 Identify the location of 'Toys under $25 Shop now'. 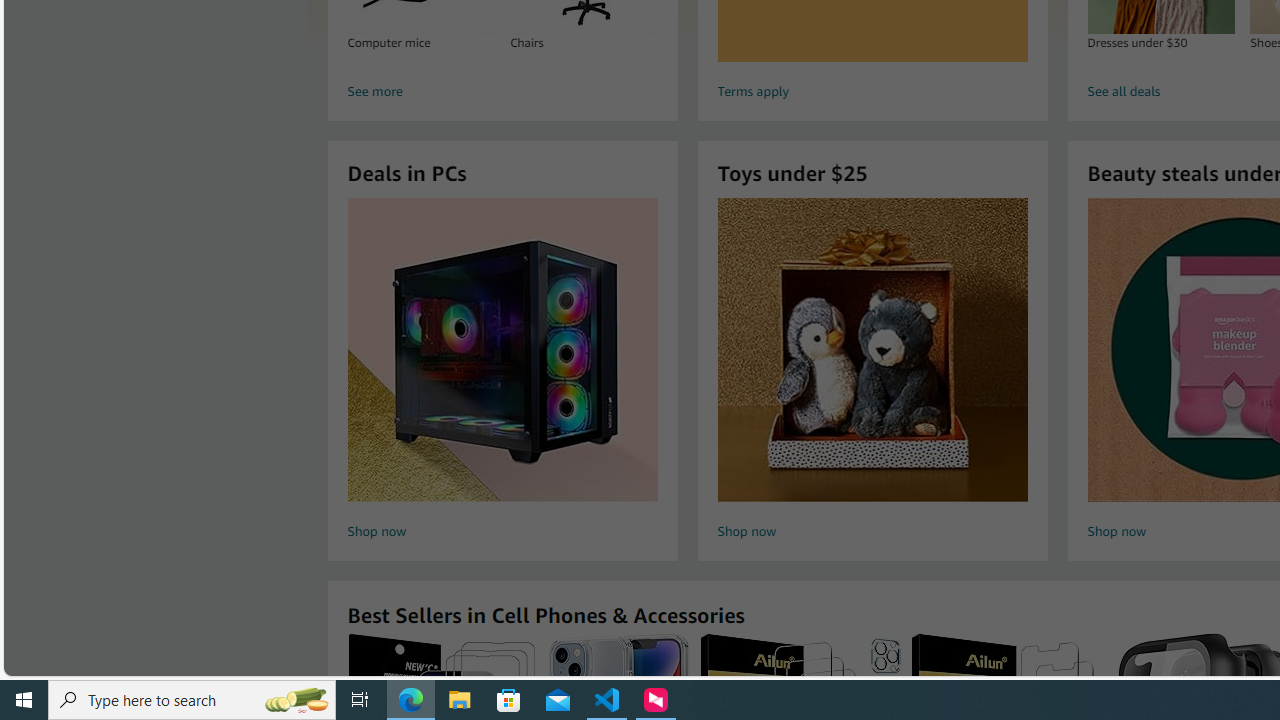
(872, 371).